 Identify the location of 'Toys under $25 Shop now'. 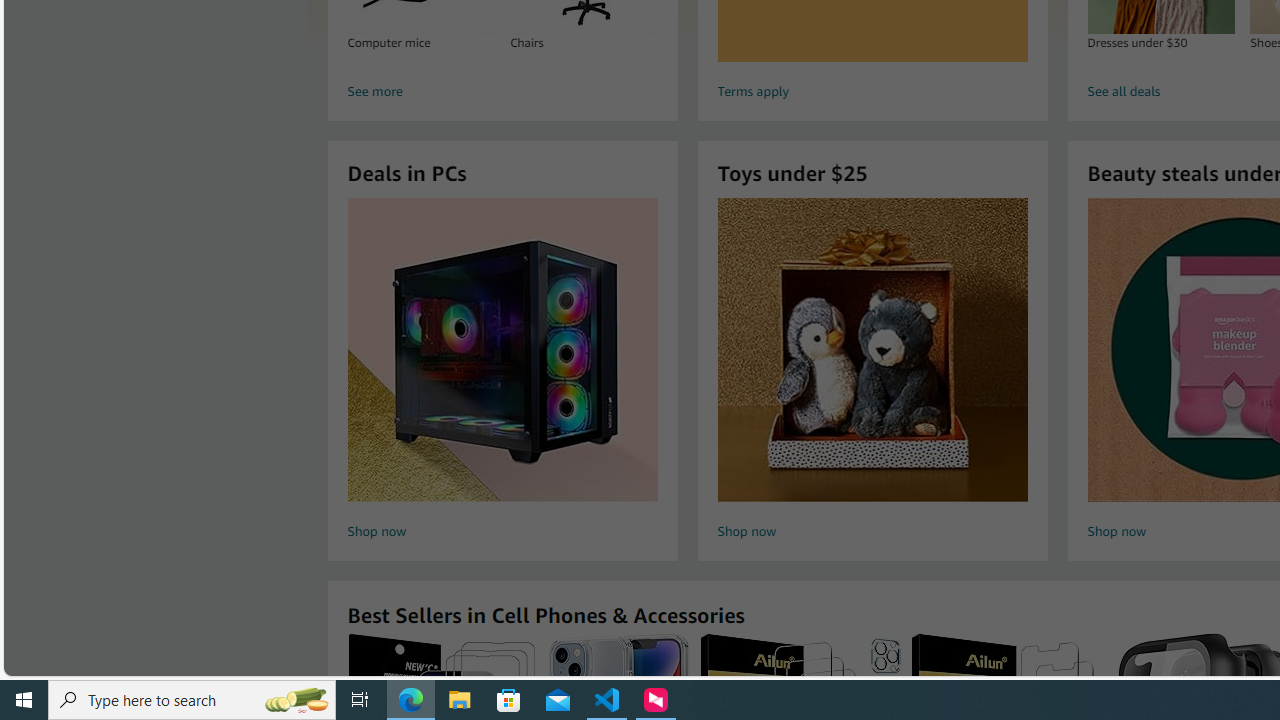
(872, 371).